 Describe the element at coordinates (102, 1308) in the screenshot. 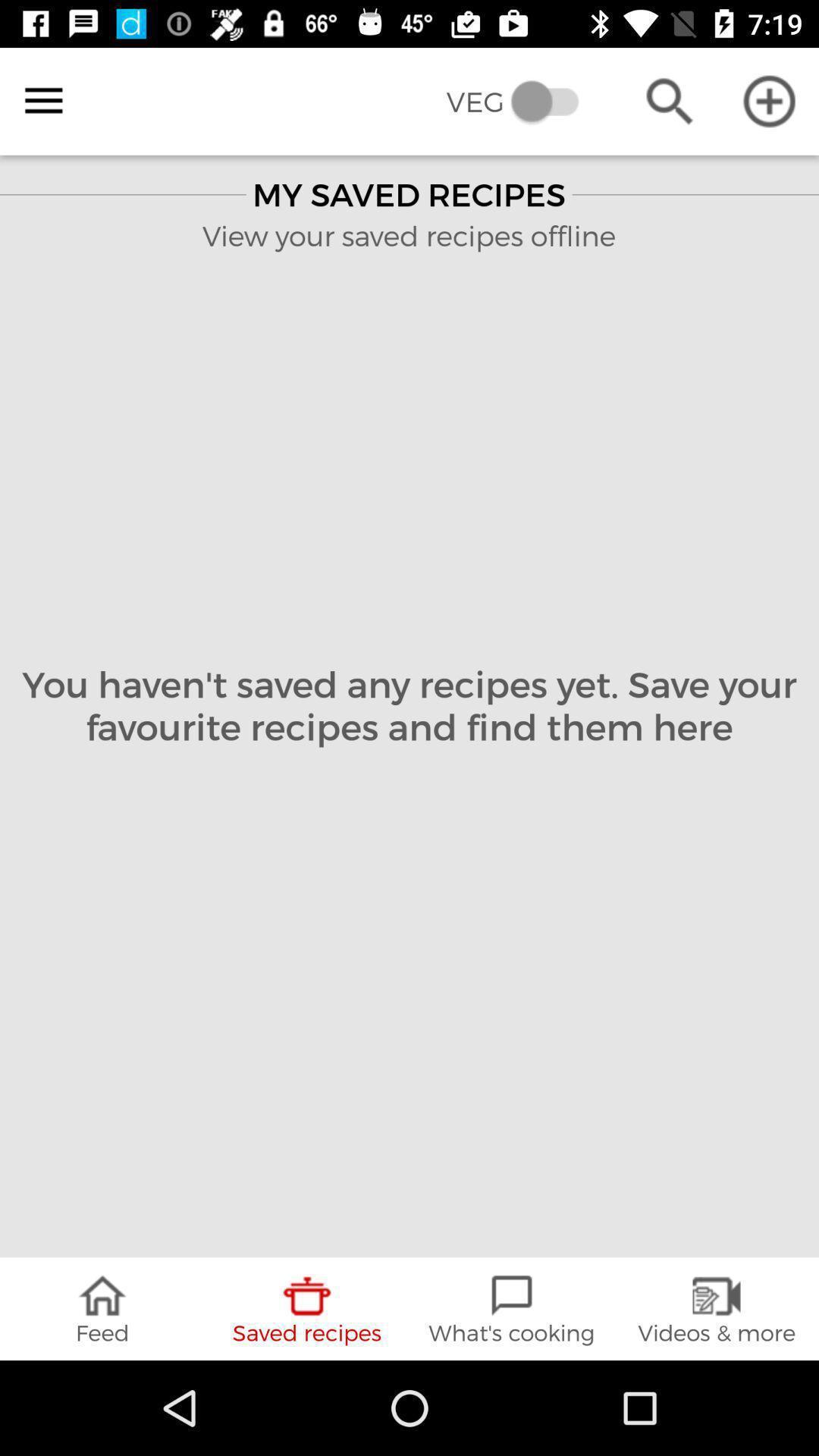

I see `icon next to saved recipes icon` at that location.